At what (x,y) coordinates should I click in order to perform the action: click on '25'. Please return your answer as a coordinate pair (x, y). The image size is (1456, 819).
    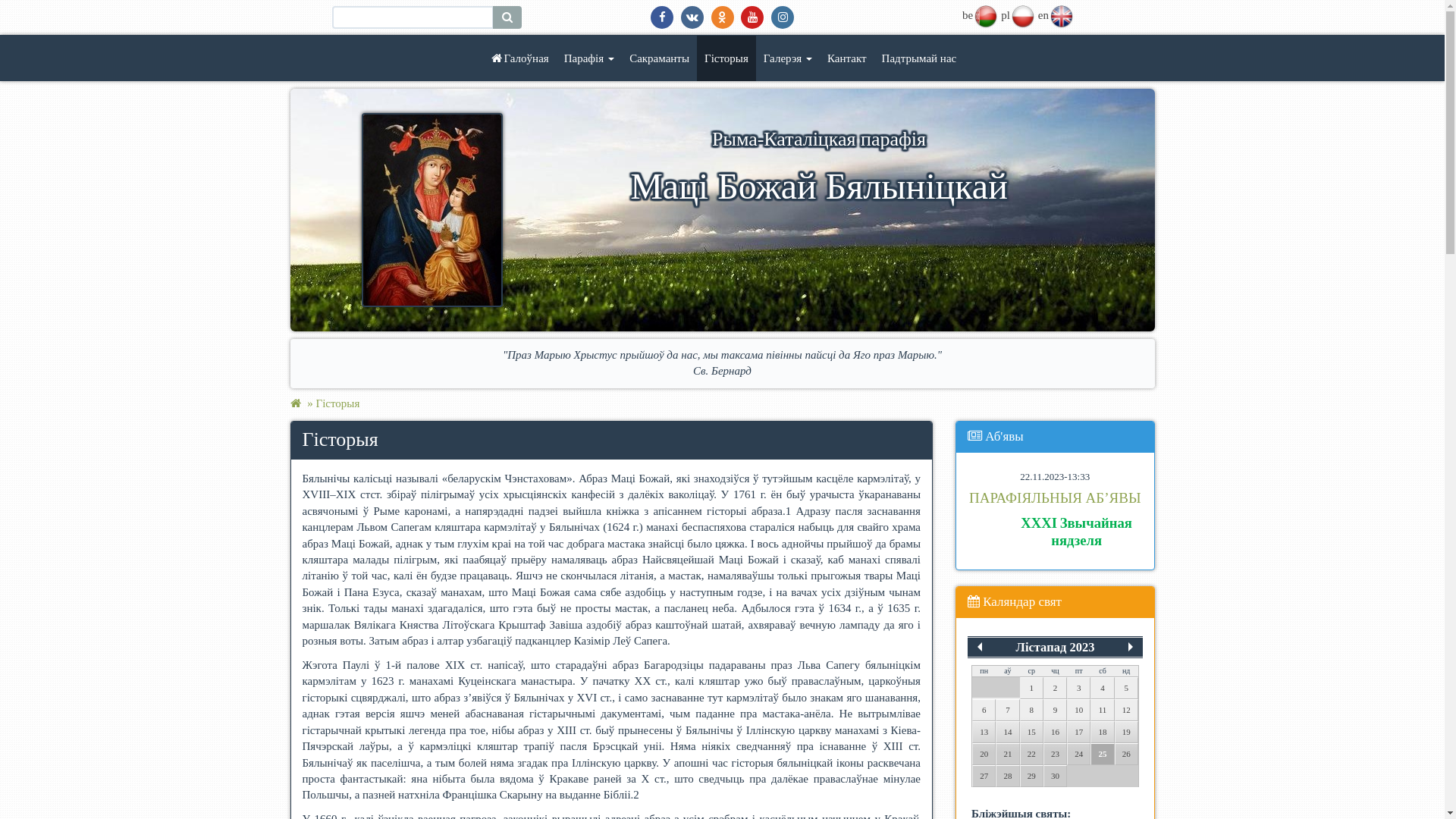
    Looking at the image, I should click on (1102, 754).